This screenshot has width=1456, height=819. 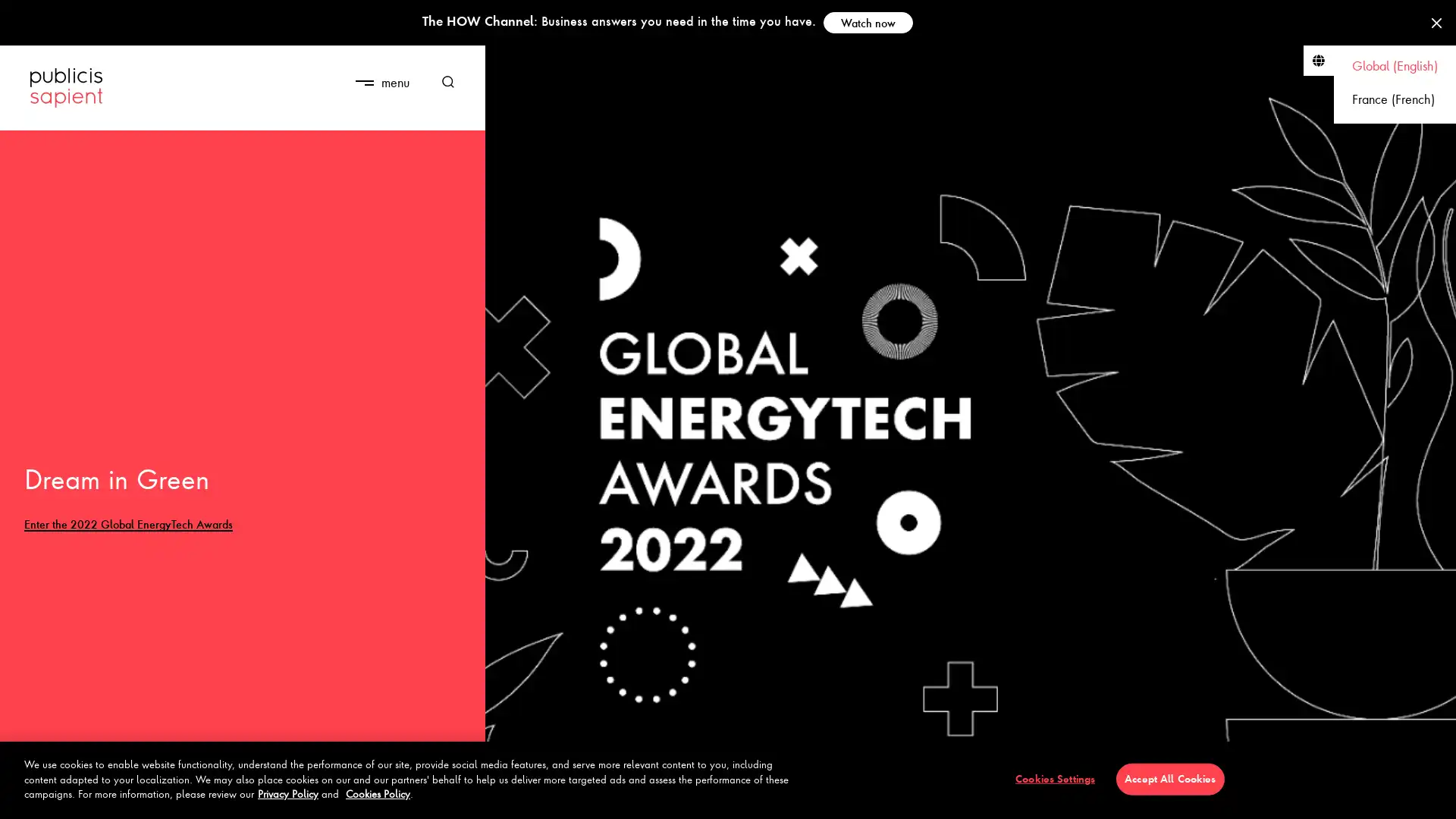 What do you see at coordinates (112, 798) in the screenshot?
I see `Display Slide 4` at bounding box center [112, 798].